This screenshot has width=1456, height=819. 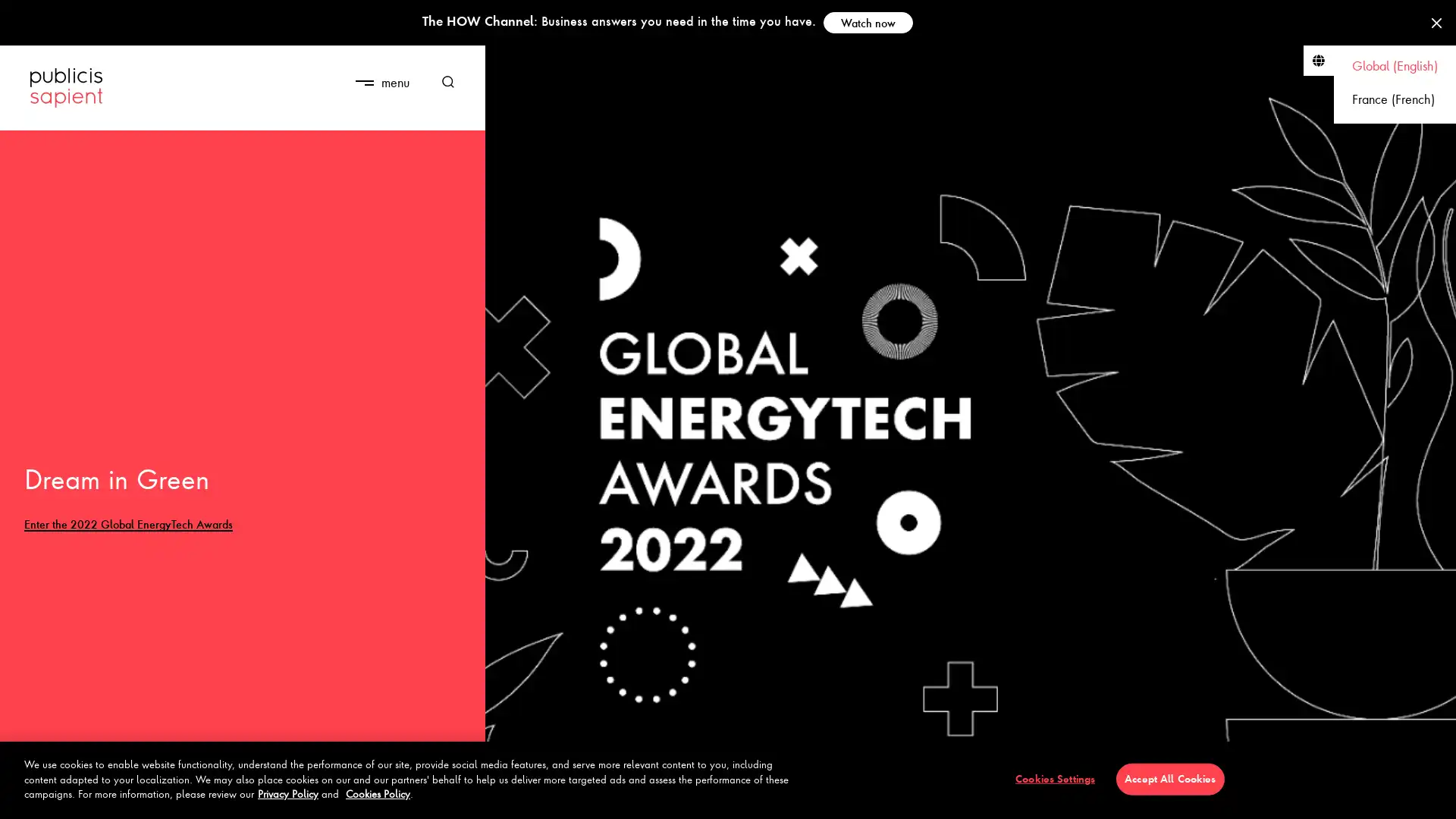 What do you see at coordinates (112, 798) in the screenshot?
I see `Display Slide 4` at bounding box center [112, 798].